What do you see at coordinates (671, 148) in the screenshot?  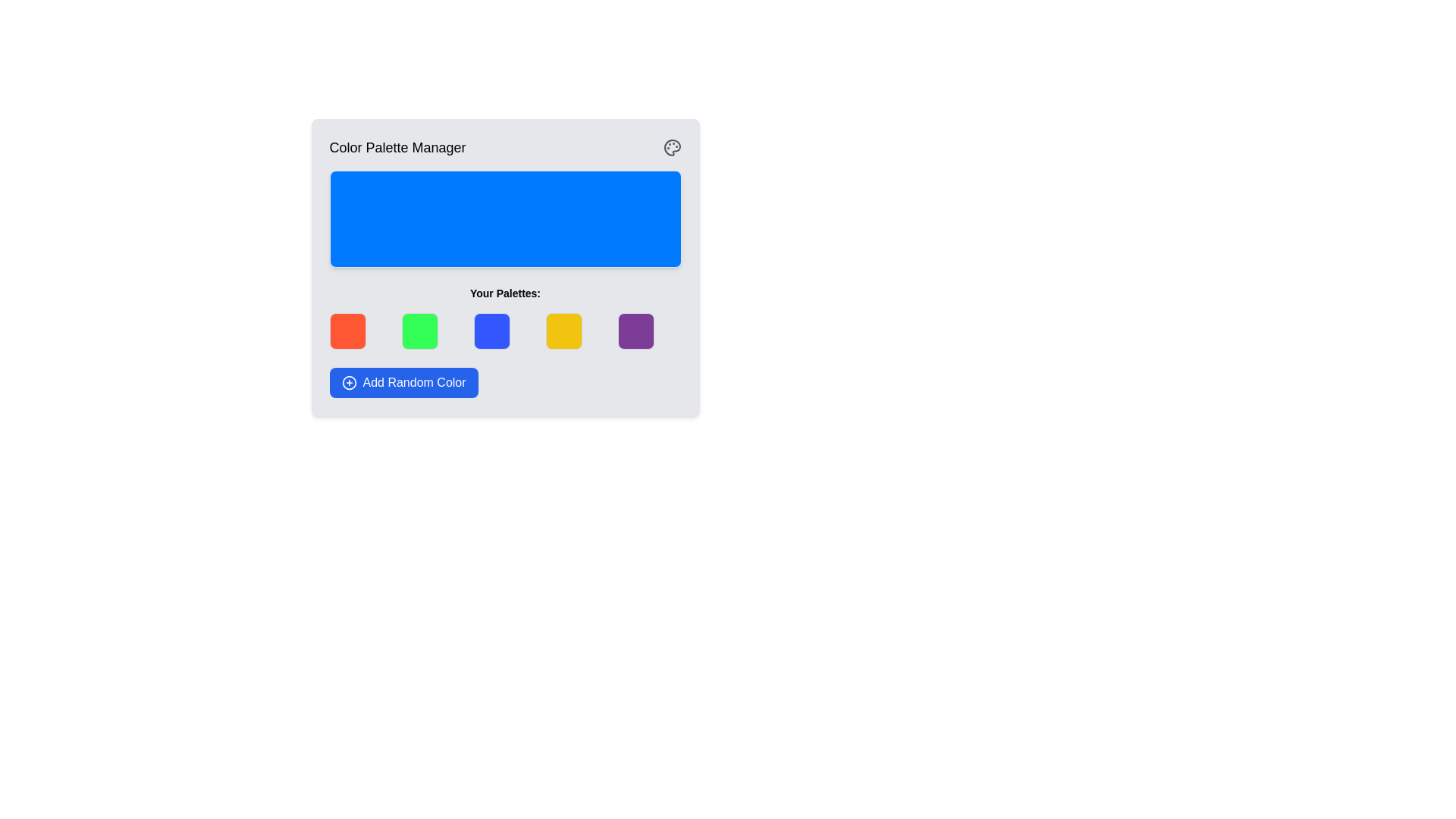 I see `the color palette icon located in the top-right corner of the 'Color Palette Manager' section, aligned with the title text` at bounding box center [671, 148].